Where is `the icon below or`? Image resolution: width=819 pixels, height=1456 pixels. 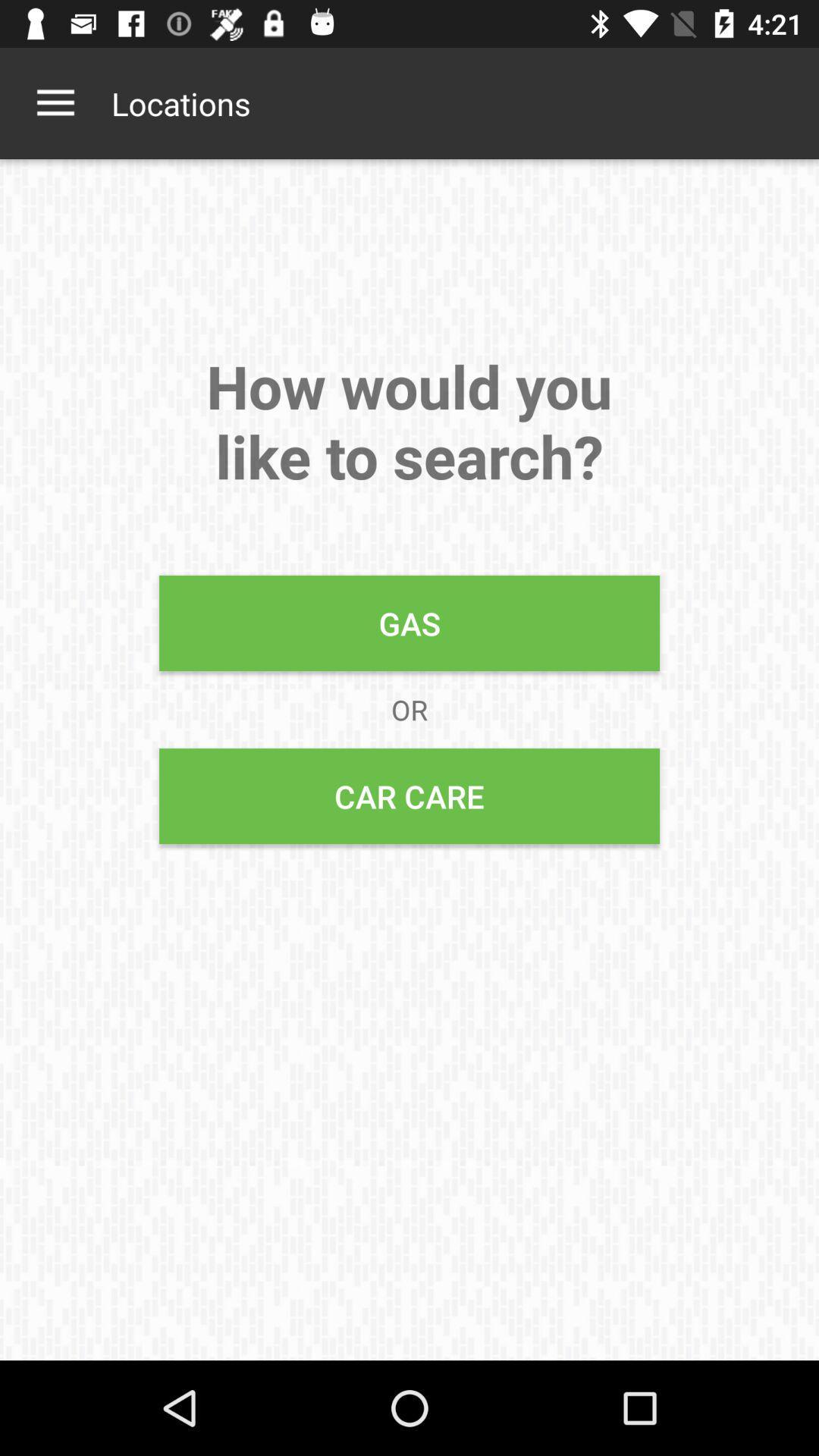 the icon below or is located at coordinates (409, 795).